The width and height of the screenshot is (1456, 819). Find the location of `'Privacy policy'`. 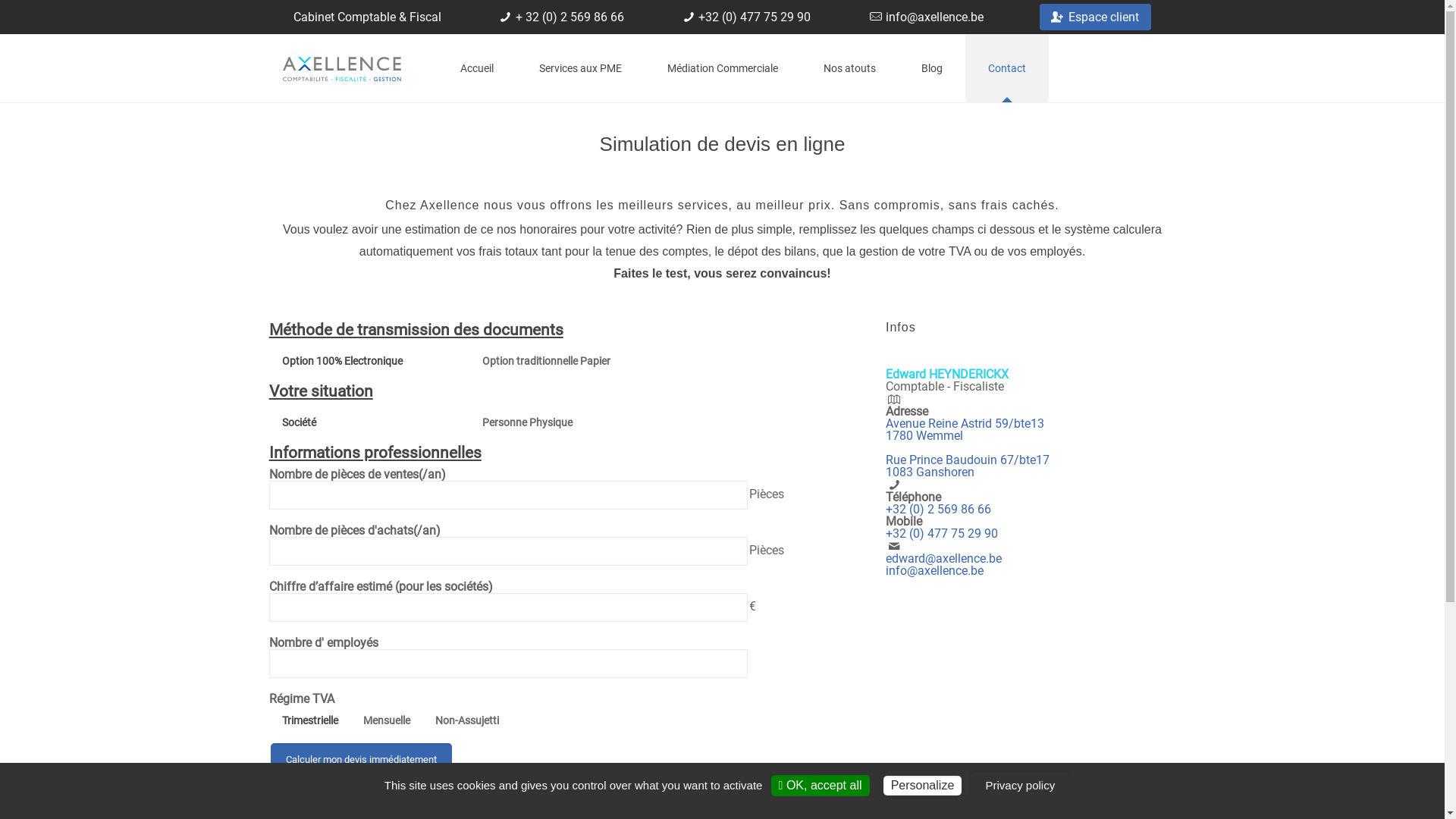

'Privacy policy' is located at coordinates (1019, 785).